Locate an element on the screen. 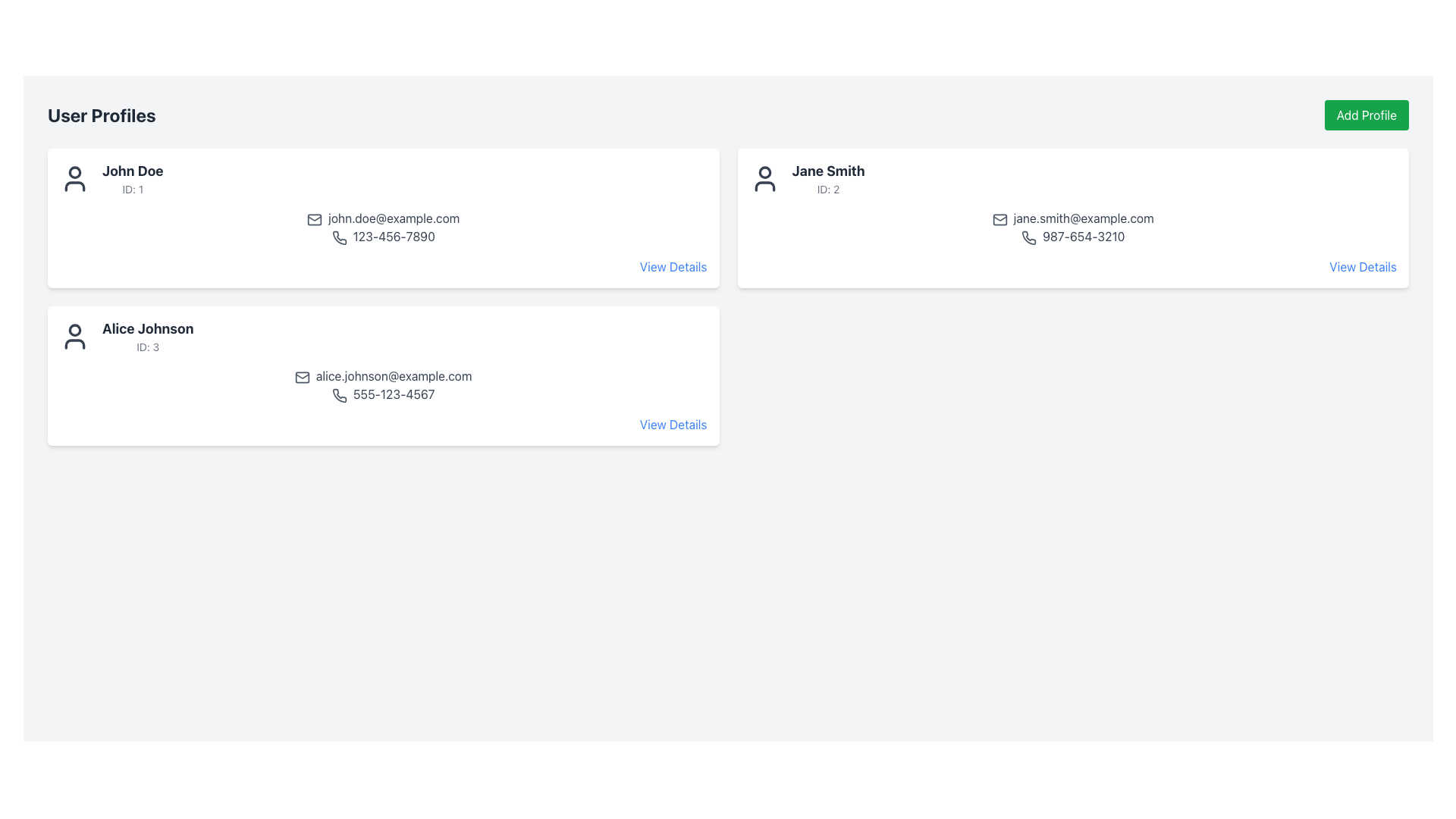 This screenshot has width=1456, height=819. the email icon representing the address 'alice.johnson@example.com' located in the bottom-left area of the layout, directly to the left of the email text is located at coordinates (302, 376).